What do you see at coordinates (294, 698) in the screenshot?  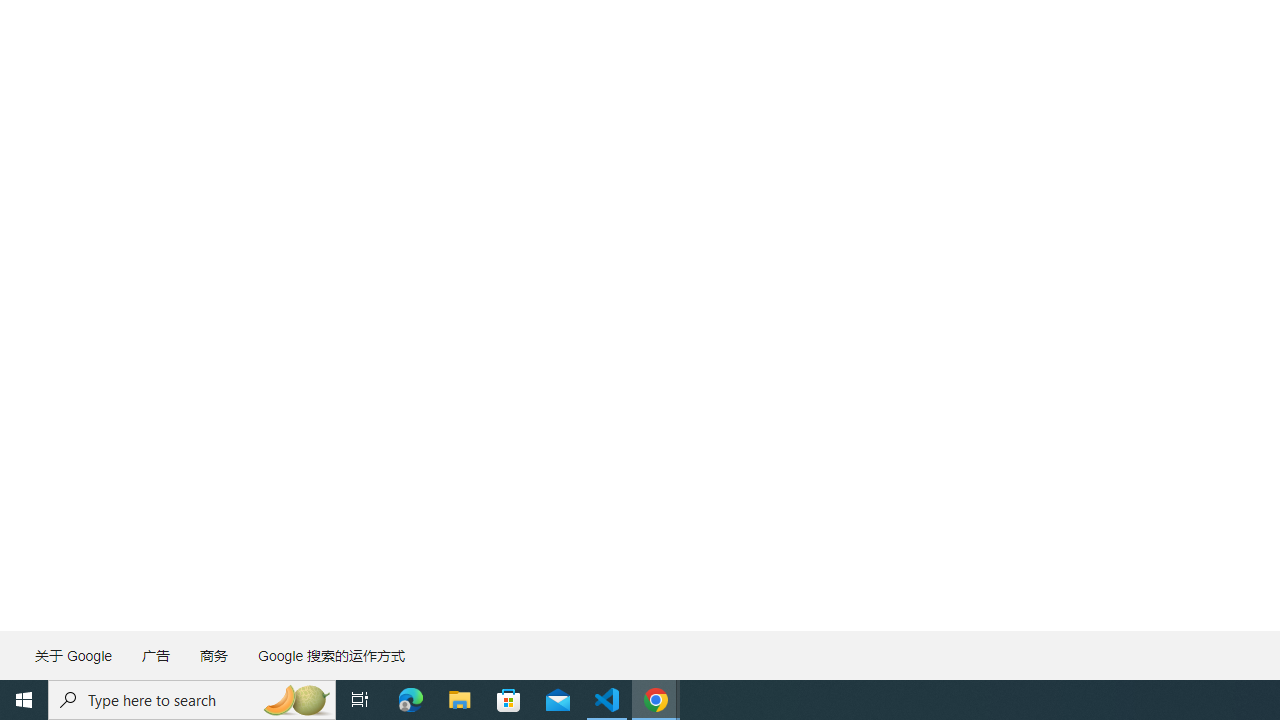 I see `'Search highlights icon opens search home window'` at bounding box center [294, 698].